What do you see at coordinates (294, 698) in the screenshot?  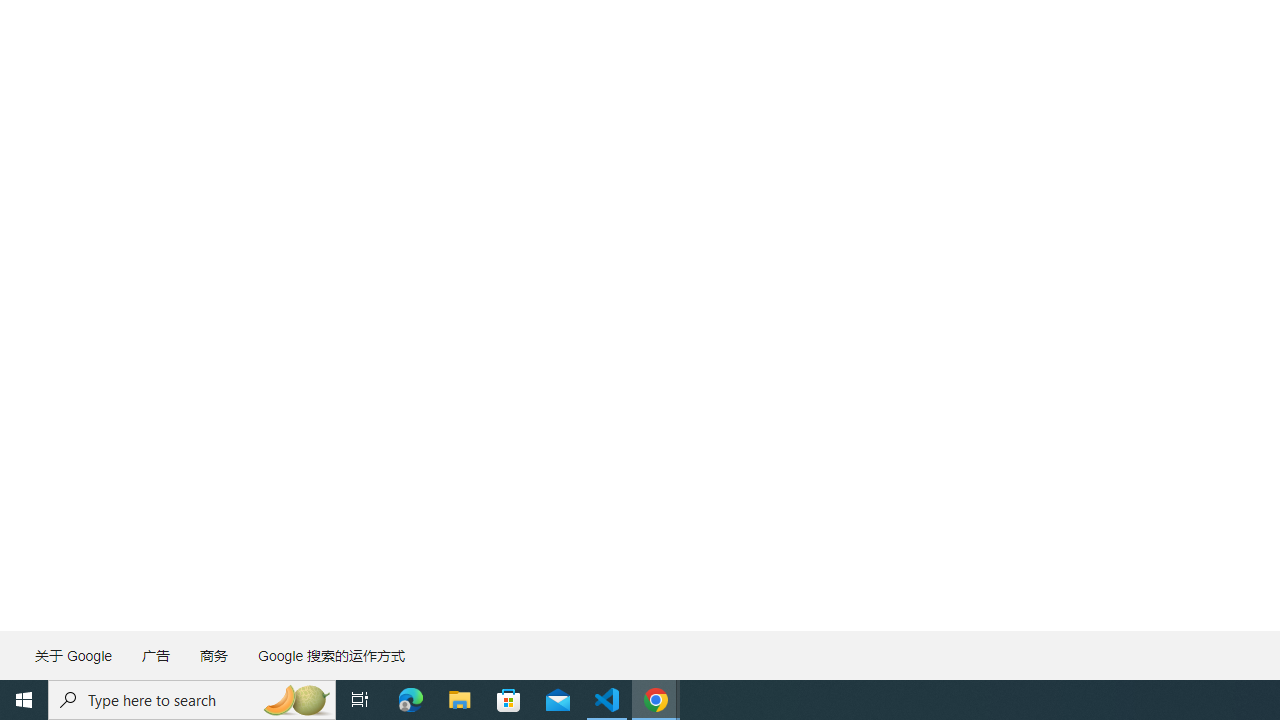 I see `'Search highlights icon opens search home window'` at bounding box center [294, 698].